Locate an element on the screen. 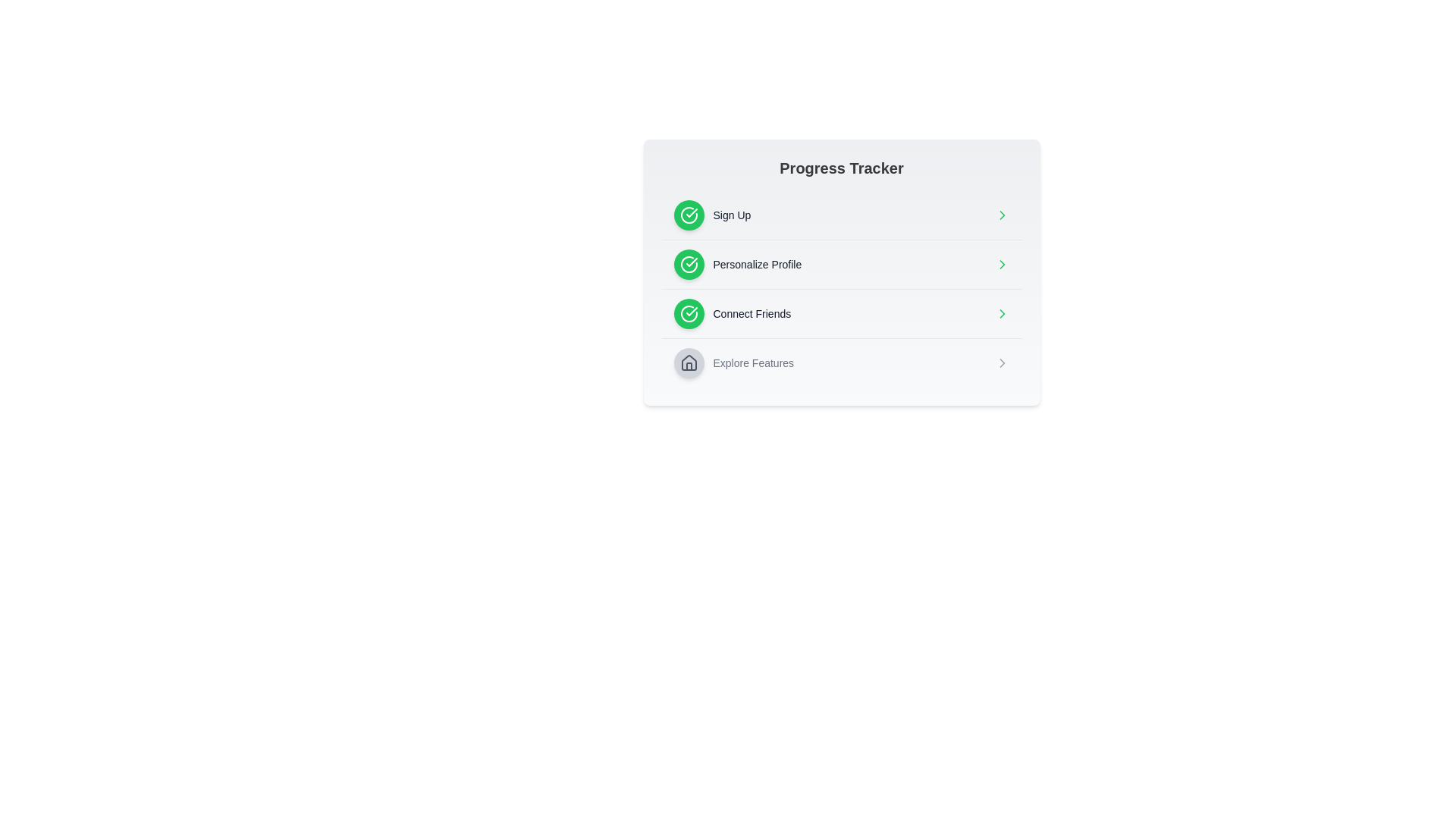  the circular green icon with a checkmark on the left of the 'Sign Up' list item to confirm task completion is located at coordinates (711, 215).